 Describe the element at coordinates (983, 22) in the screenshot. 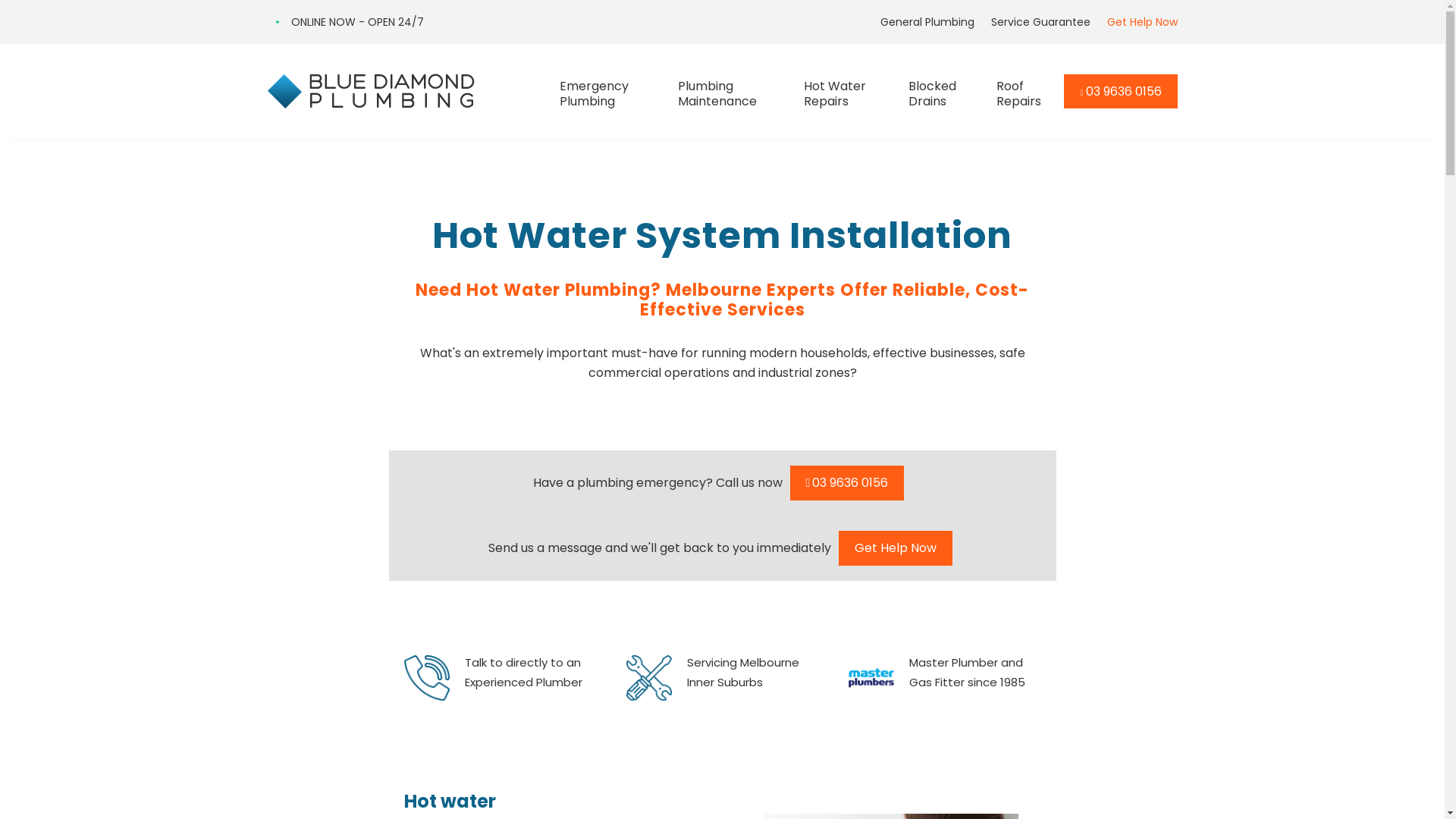

I see `'Service Guarantee'` at that location.